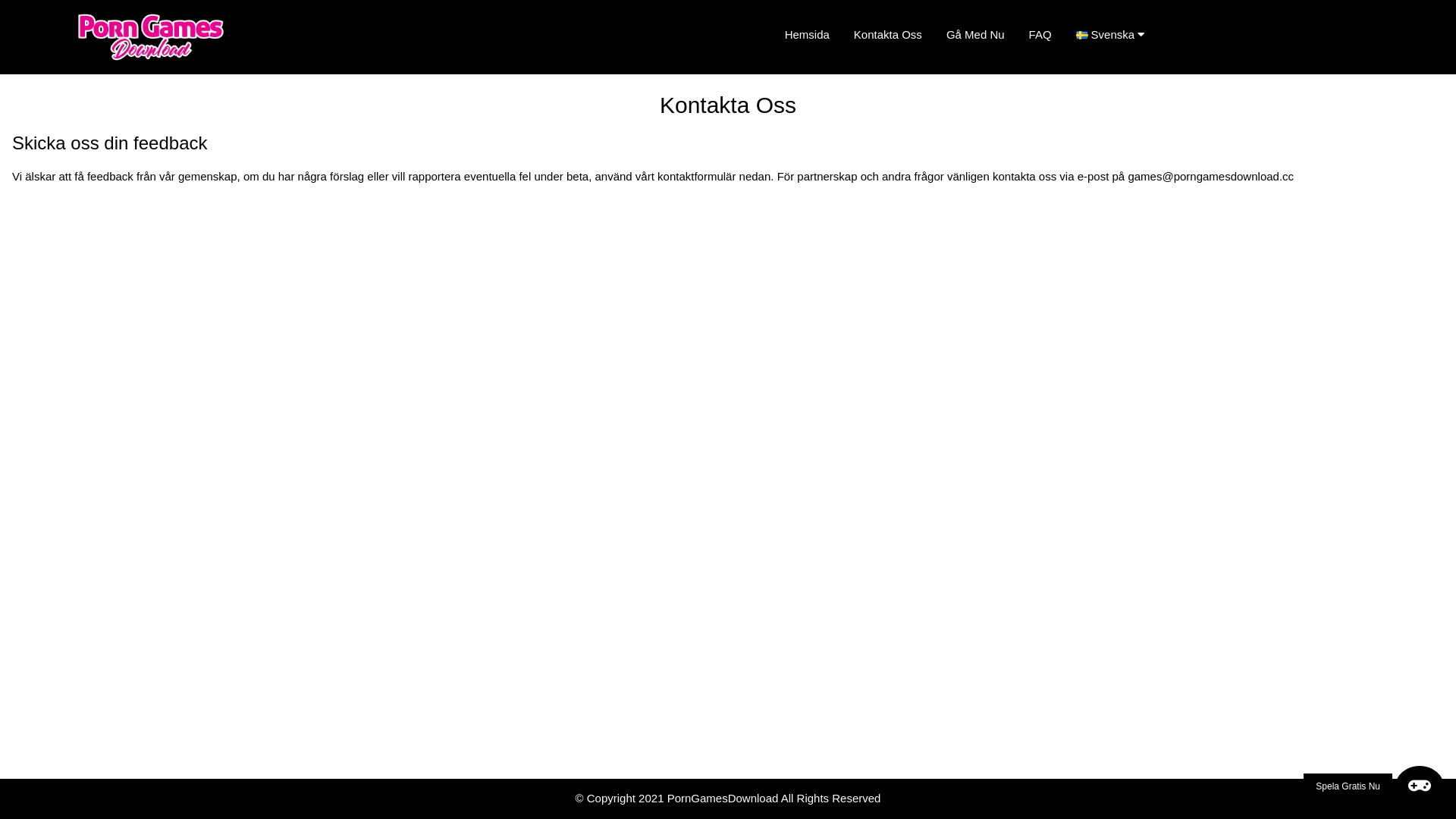  Describe the element at coordinates (1016, 34) in the screenshot. I see `'FAQ'` at that location.